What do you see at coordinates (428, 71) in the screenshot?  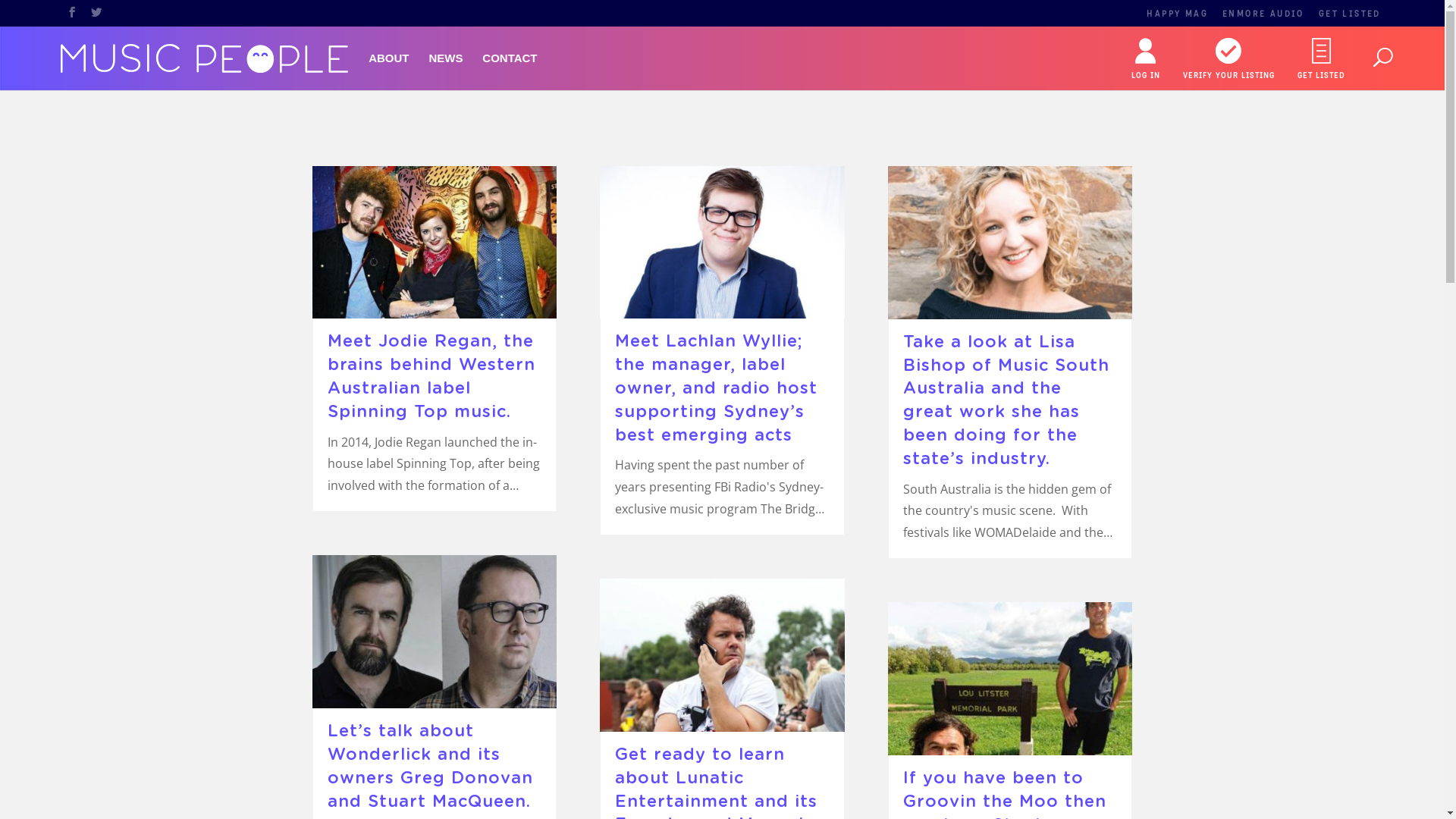 I see `'NEWS'` at bounding box center [428, 71].